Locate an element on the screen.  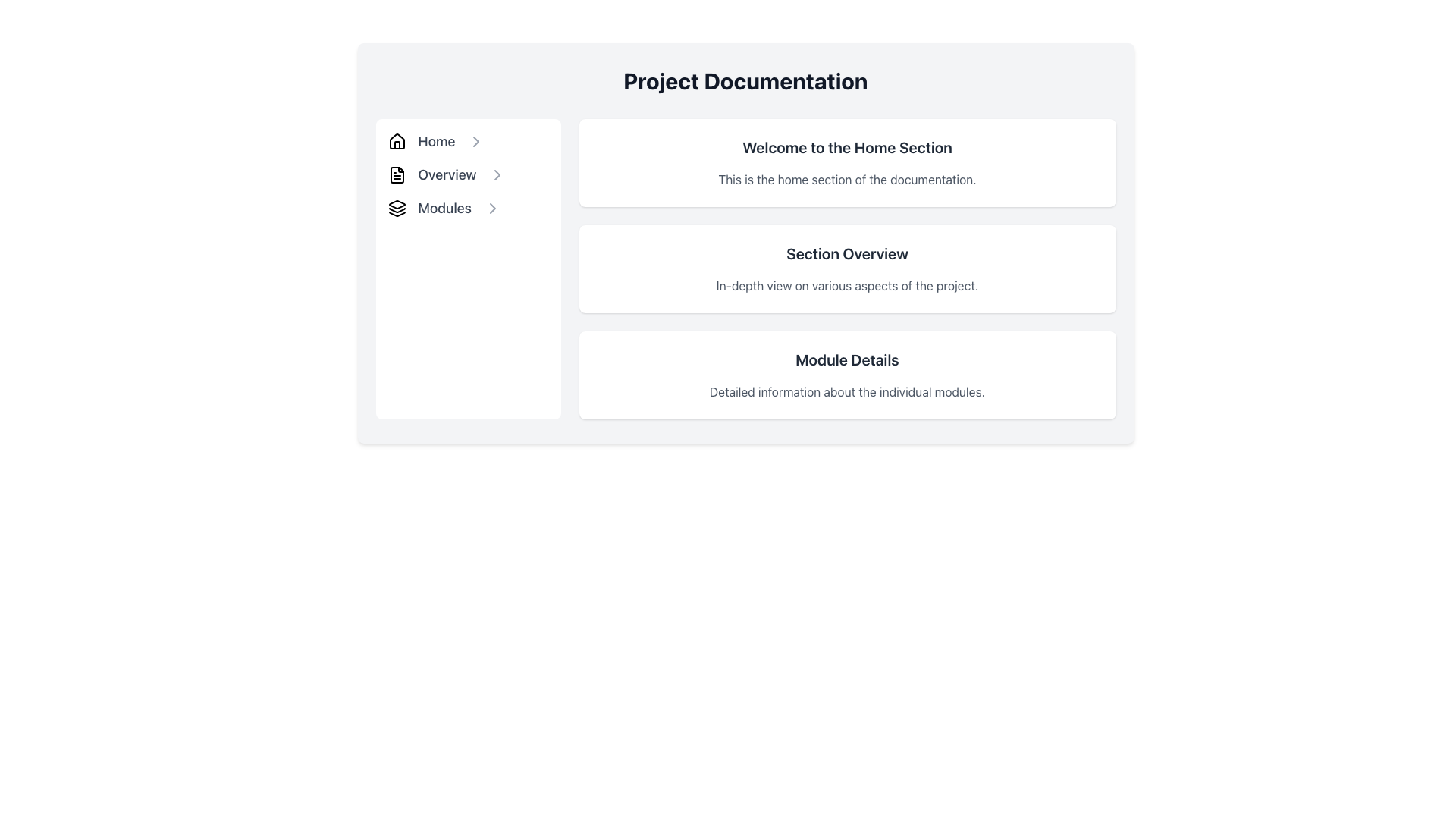
the 'Overview' link in the vertical navigation menu is located at coordinates (467, 174).